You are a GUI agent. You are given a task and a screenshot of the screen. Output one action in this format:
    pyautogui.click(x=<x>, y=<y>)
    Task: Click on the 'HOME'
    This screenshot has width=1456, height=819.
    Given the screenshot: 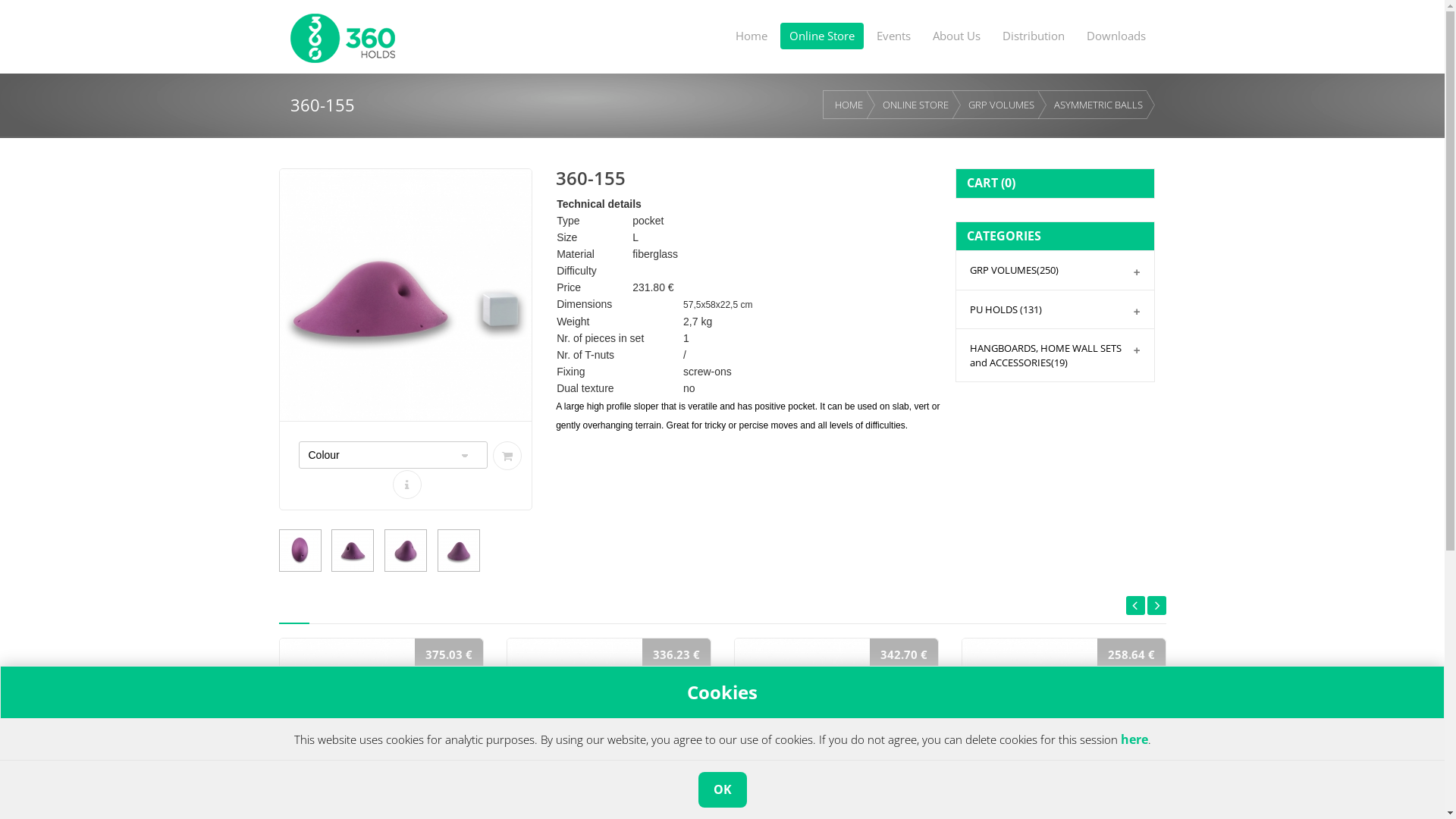 What is the action you would take?
    pyautogui.click(x=848, y=104)
    